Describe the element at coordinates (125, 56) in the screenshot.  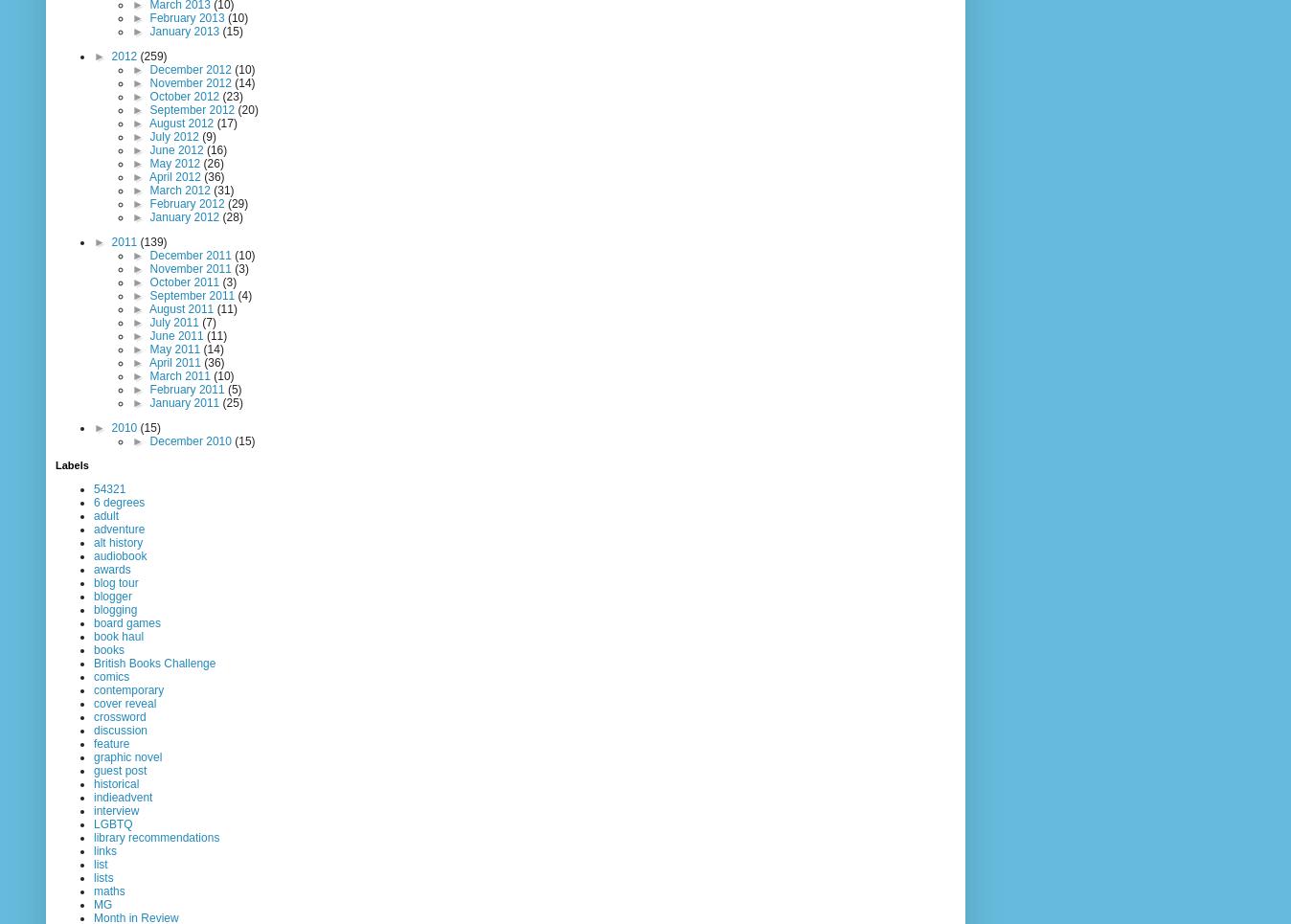
I see `'2012'` at that location.